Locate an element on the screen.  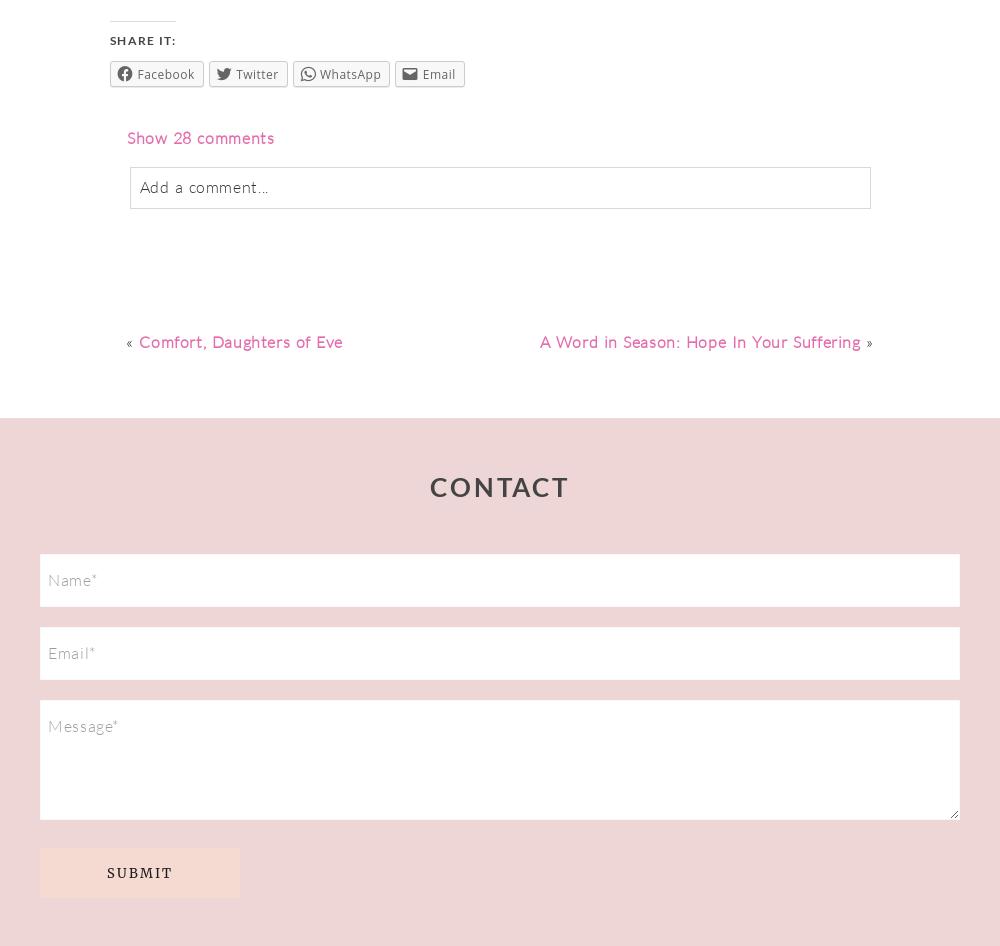
'Post Comment' is located at coordinates (142, 349).